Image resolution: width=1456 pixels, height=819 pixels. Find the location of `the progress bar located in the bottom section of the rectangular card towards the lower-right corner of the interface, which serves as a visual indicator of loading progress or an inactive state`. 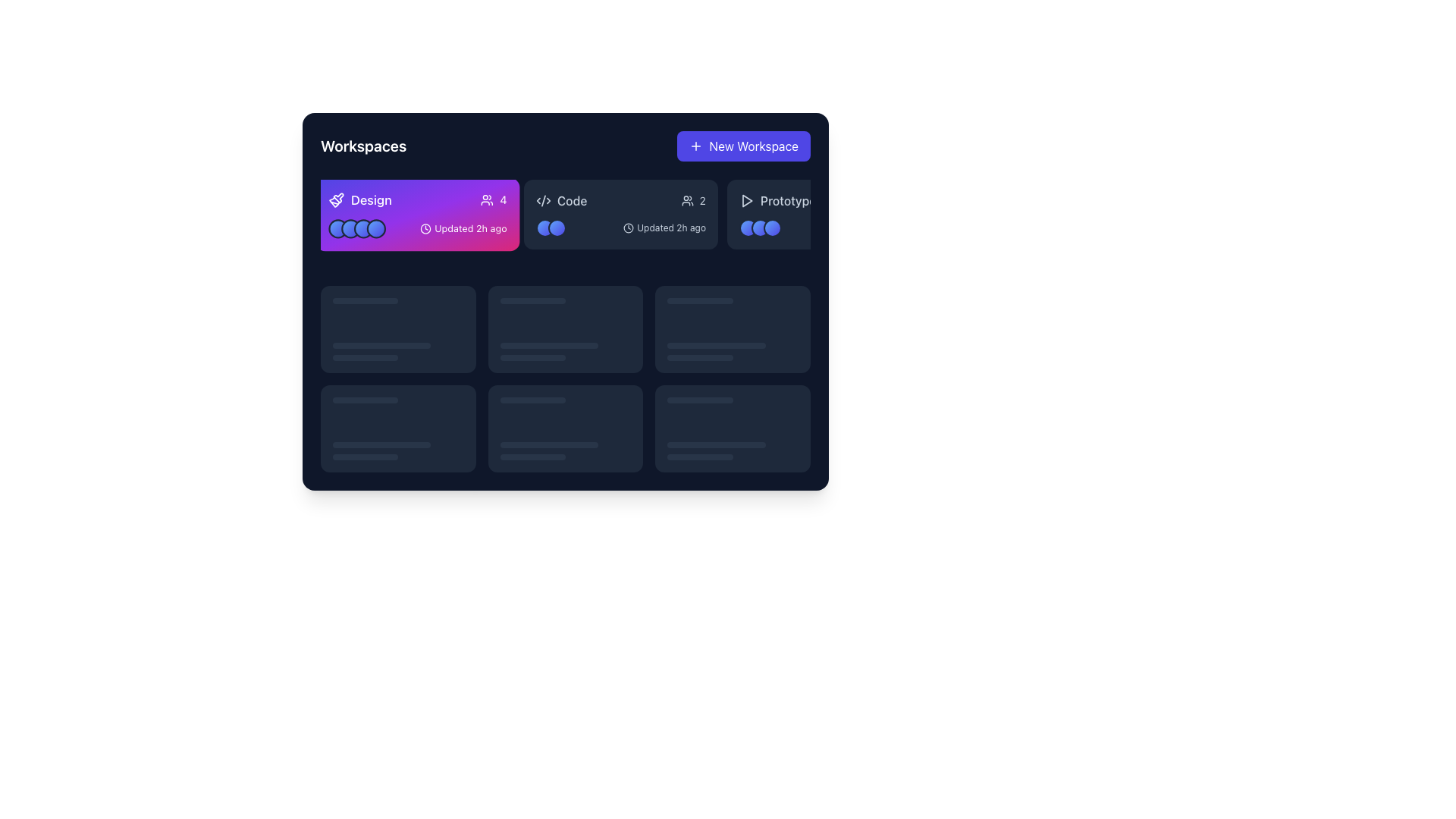

the progress bar located in the bottom section of the rectangular card towards the lower-right corner of the interface, which serves as a visual indicator of loading progress or an inactive state is located at coordinates (699, 457).